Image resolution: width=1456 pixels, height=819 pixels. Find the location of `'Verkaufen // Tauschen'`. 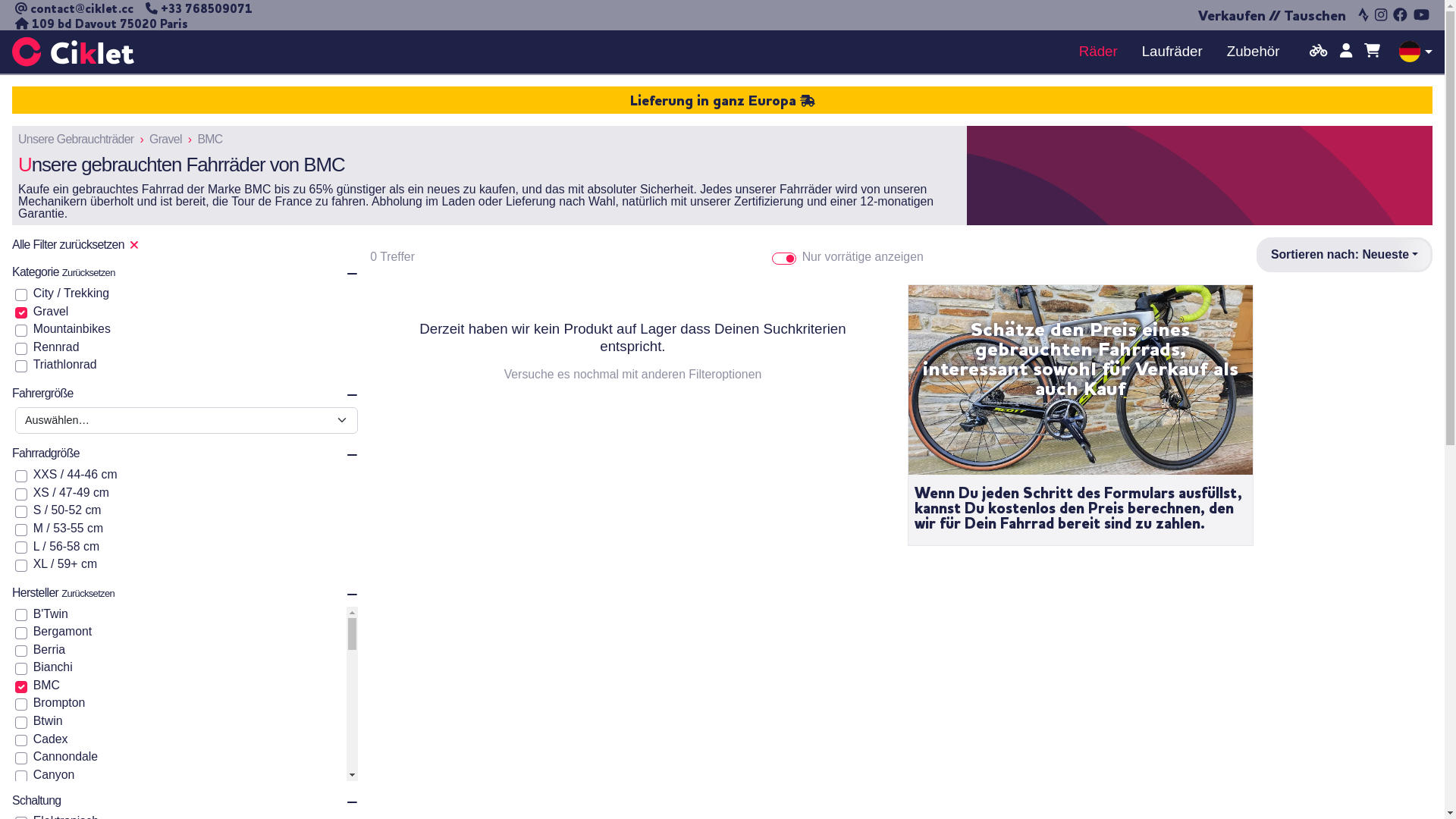

'Verkaufen // Tauschen' is located at coordinates (1274, 17).